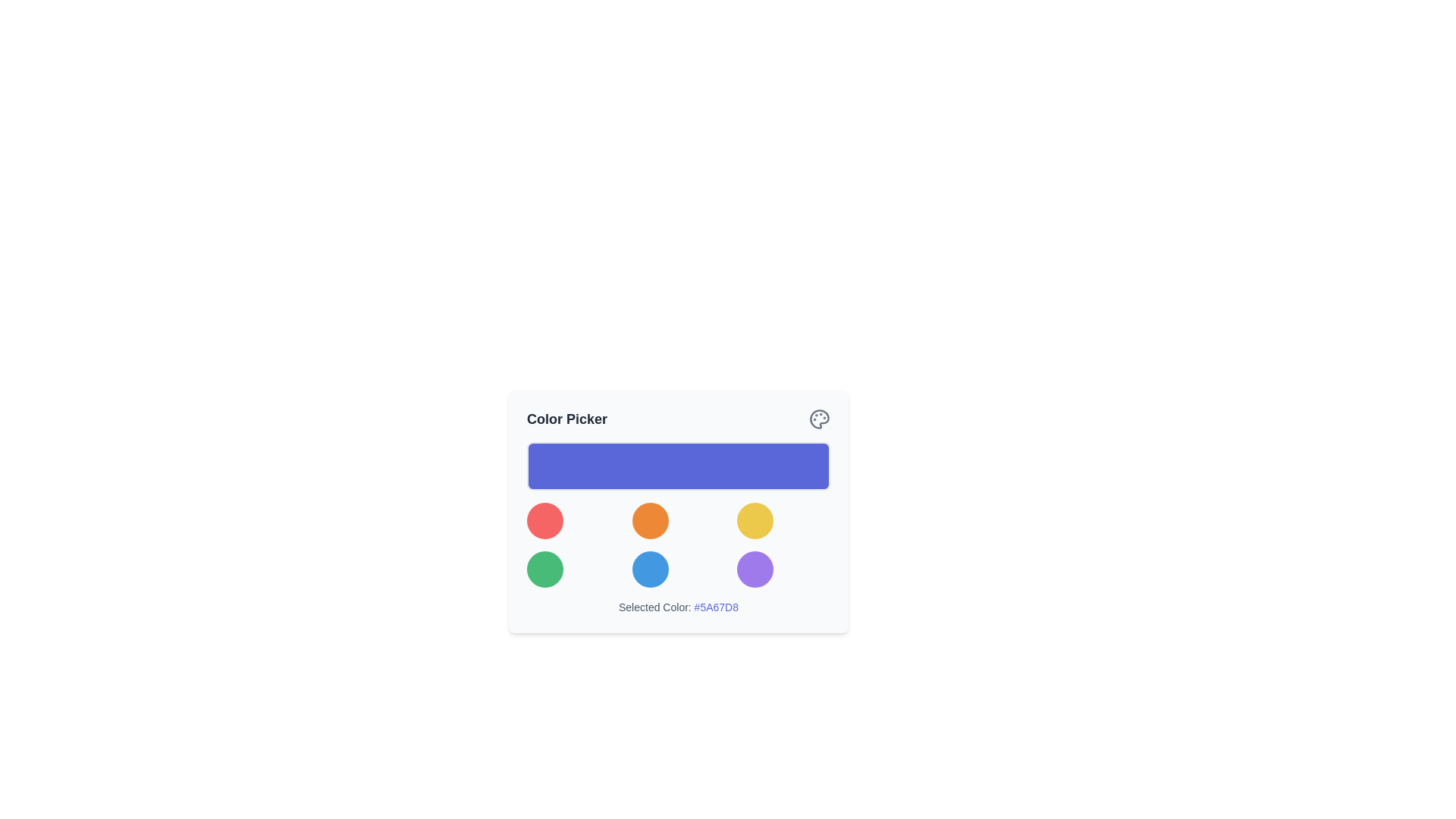  What do you see at coordinates (755, 519) in the screenshot?
I see `the yellow circular interactive button located in the top-right corner of the grid layout` at bounding box center [755, 519].